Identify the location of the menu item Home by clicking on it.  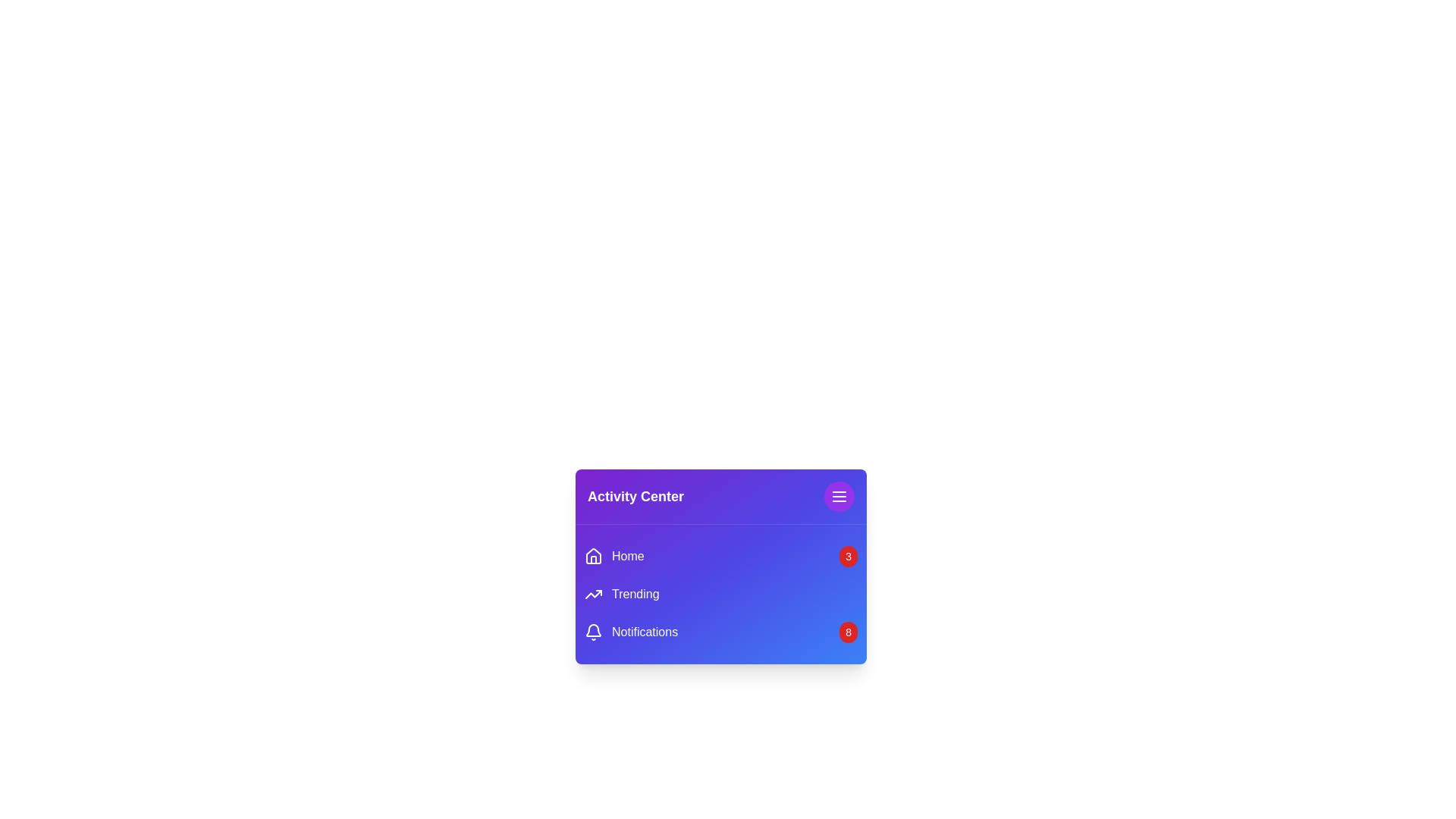
(614, 556).